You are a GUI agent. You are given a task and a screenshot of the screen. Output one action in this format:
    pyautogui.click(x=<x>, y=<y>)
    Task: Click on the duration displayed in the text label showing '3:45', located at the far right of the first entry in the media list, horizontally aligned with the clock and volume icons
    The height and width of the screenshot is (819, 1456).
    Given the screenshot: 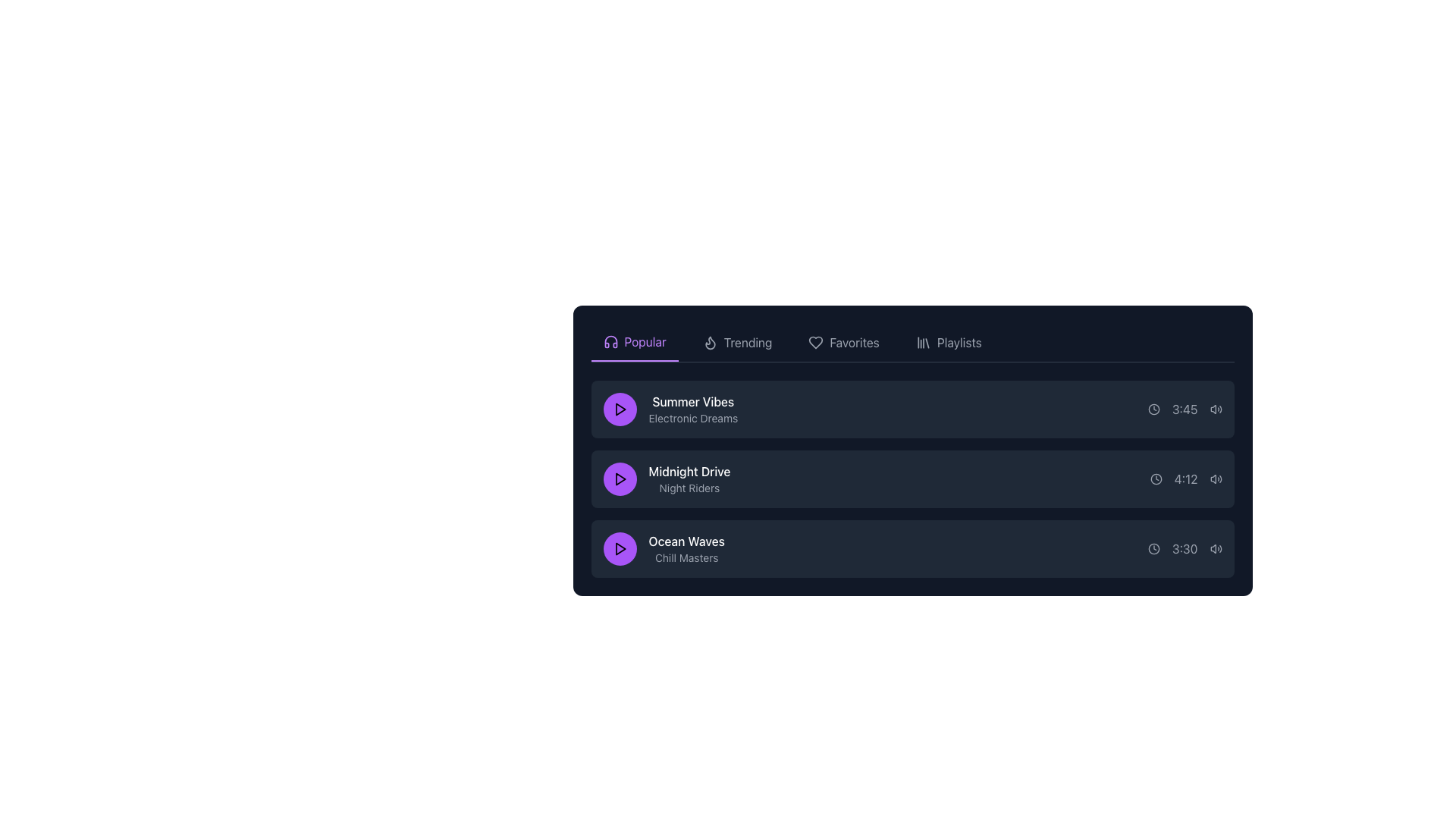 What is the action you would take?
    pyautogui.click(x=1184, y=409)
    